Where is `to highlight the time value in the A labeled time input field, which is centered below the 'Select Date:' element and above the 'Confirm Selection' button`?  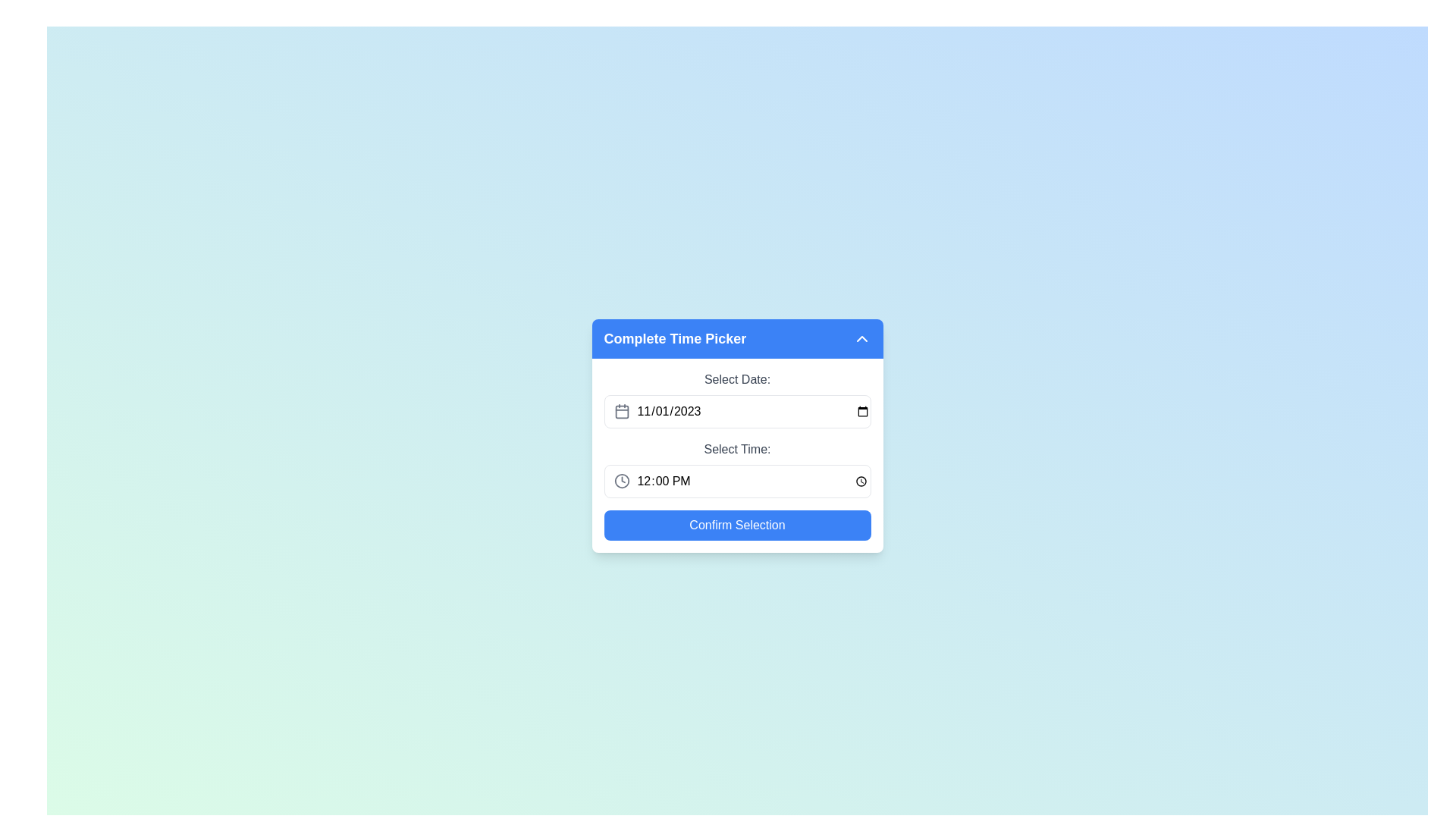 to highlight the time value in the A labeled time input field, which is centered below the 'Select Date:' element and above the 'Confirm Selection' button is located at coordinates (737, 468).